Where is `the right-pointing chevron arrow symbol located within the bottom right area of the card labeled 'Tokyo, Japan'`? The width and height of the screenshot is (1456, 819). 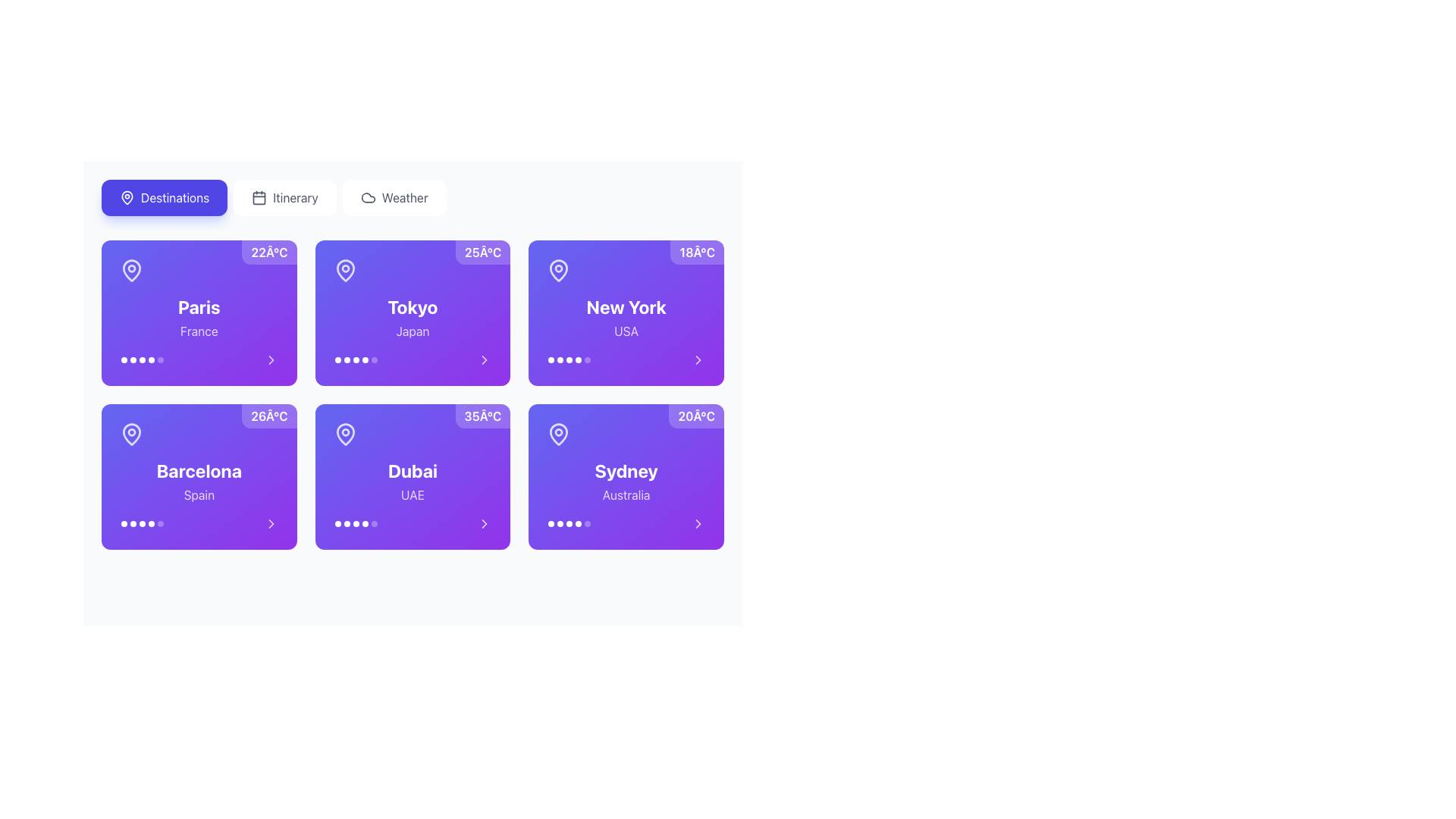
the right-pointing chevron arrow symbol located within the bottom right area of the card labeled 'Tokyo, Japan' is located at coordinates (484, 359).